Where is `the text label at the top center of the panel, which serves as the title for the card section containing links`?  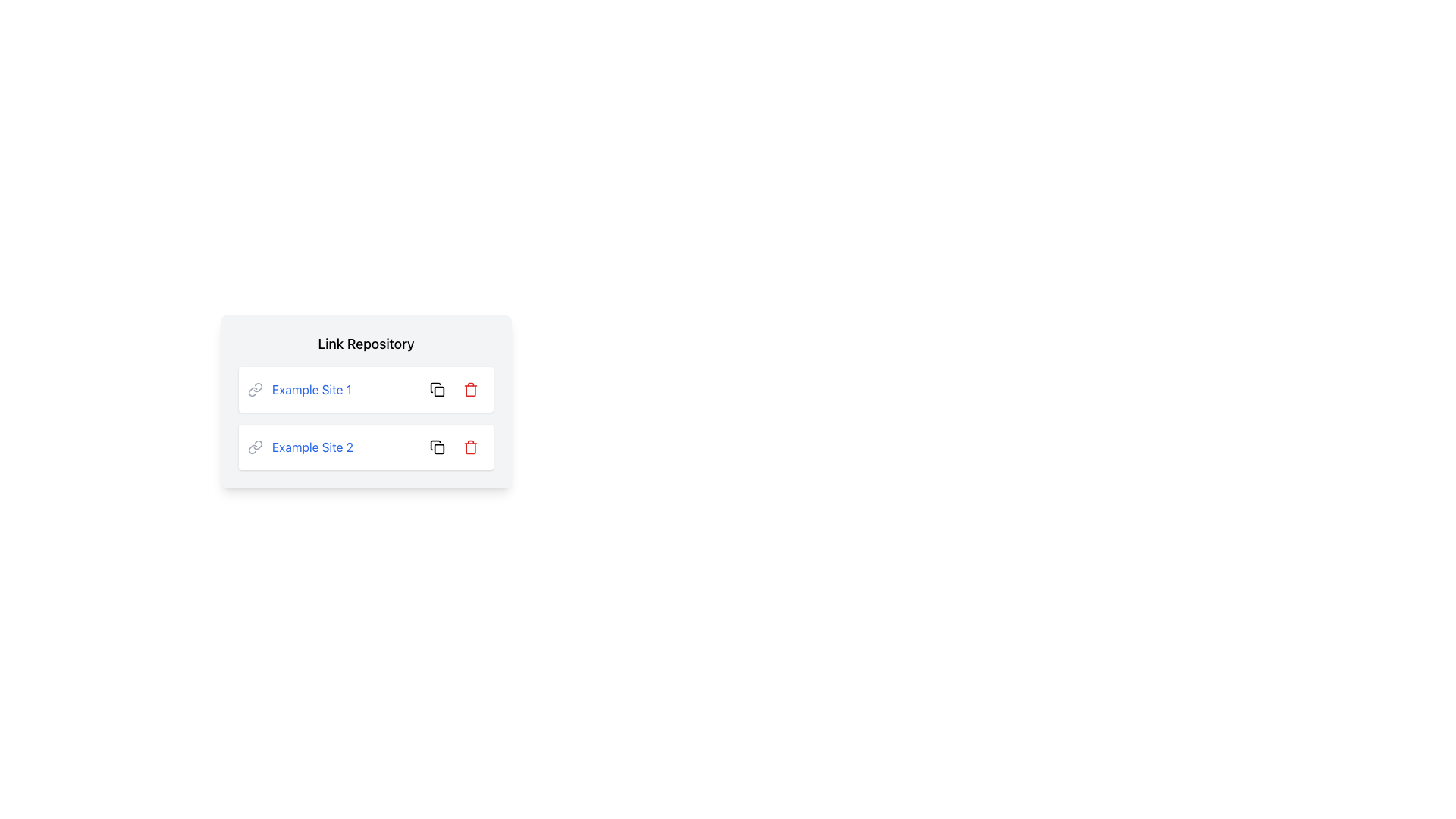 the text label at the top center of the panel, which serves as the title for the card section containing links is located at coordinates (366, 344).